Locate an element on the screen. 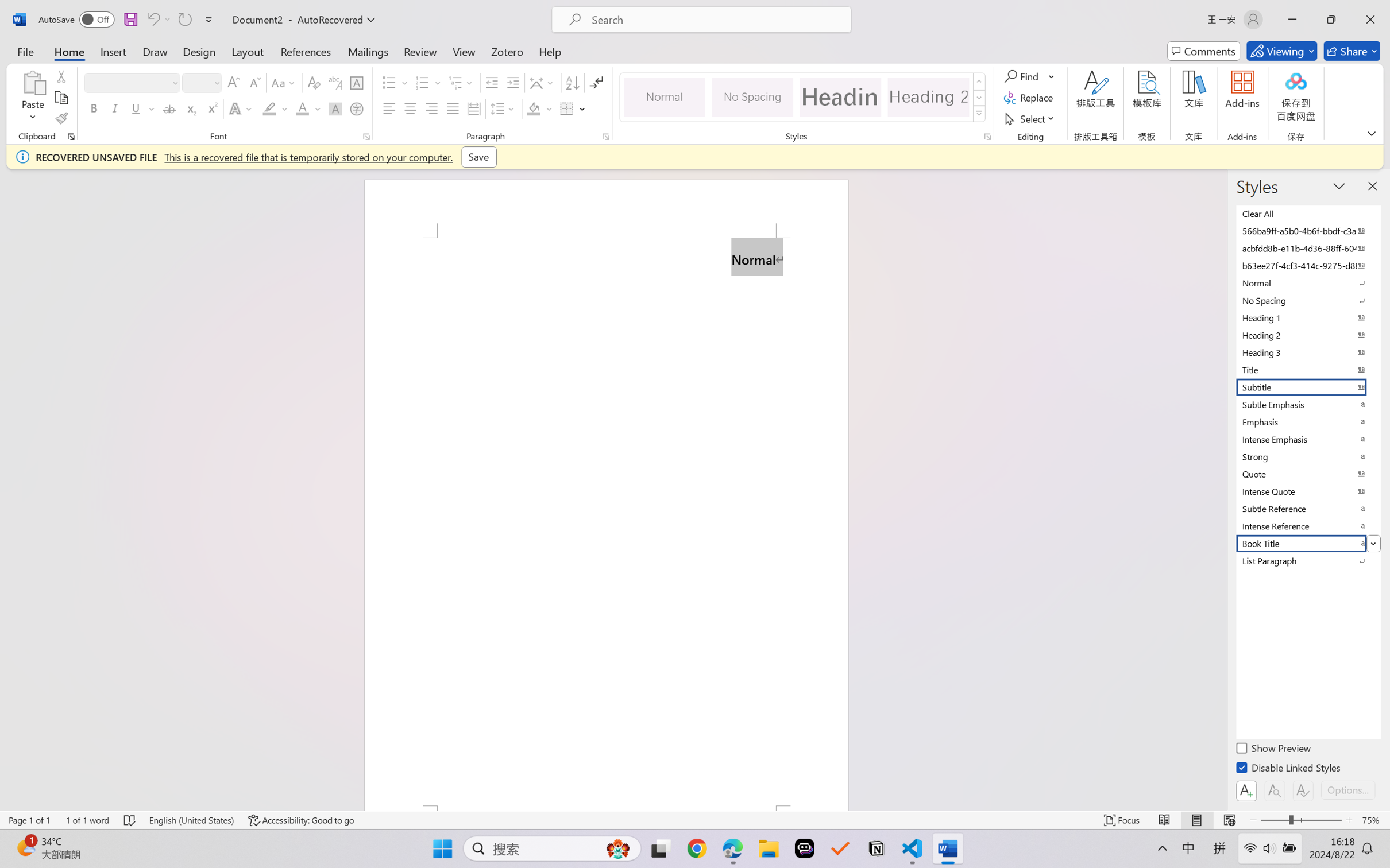 The width and height of the screenshot is (1390, 868). 'Multilevel List' is located at coordinates (462, 83).